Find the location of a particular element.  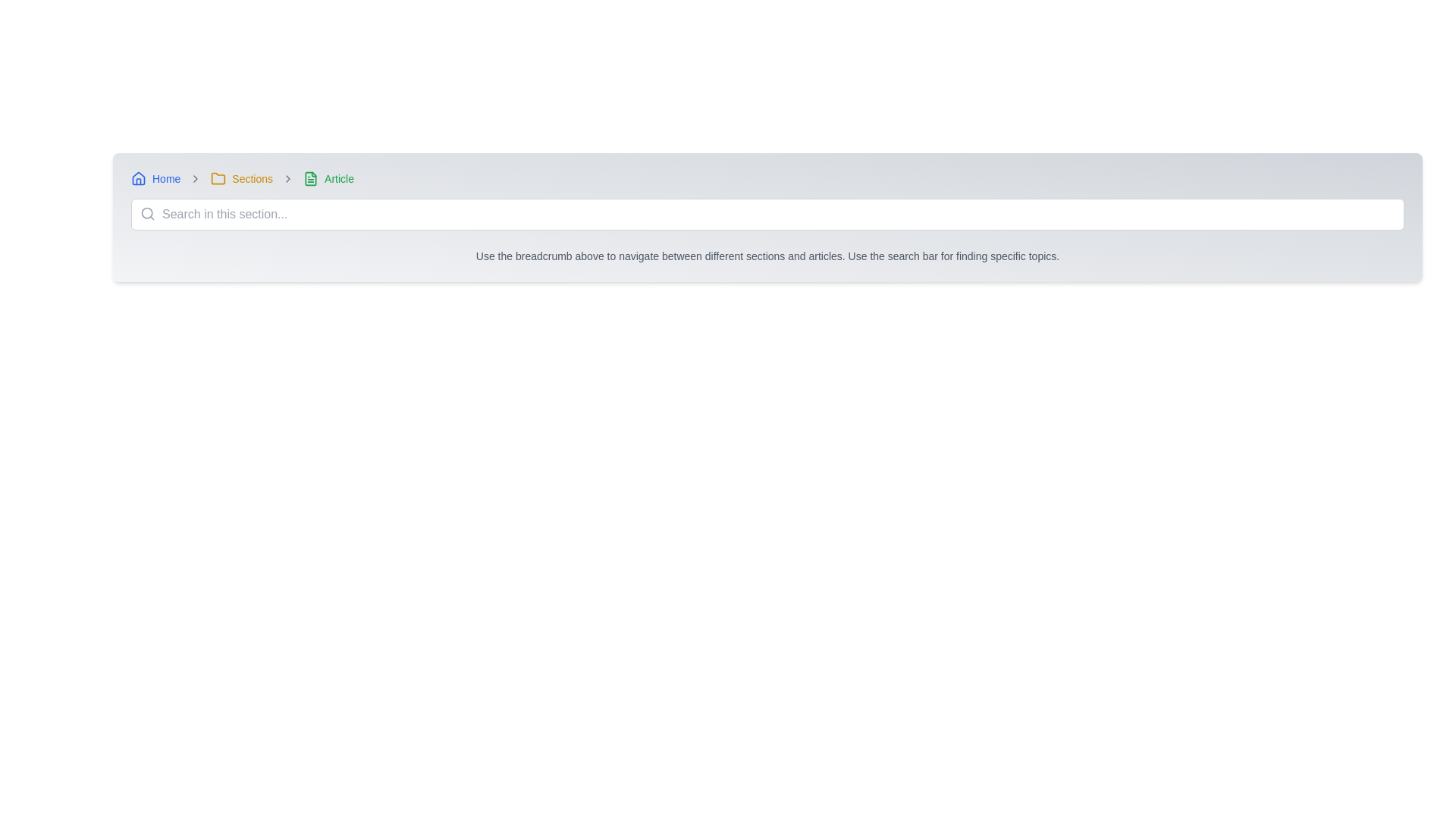

the interactive breadcrumb navigation link with an attached folder icon for keyboard navigation by clicking on it is located at coordinates (240, 177).